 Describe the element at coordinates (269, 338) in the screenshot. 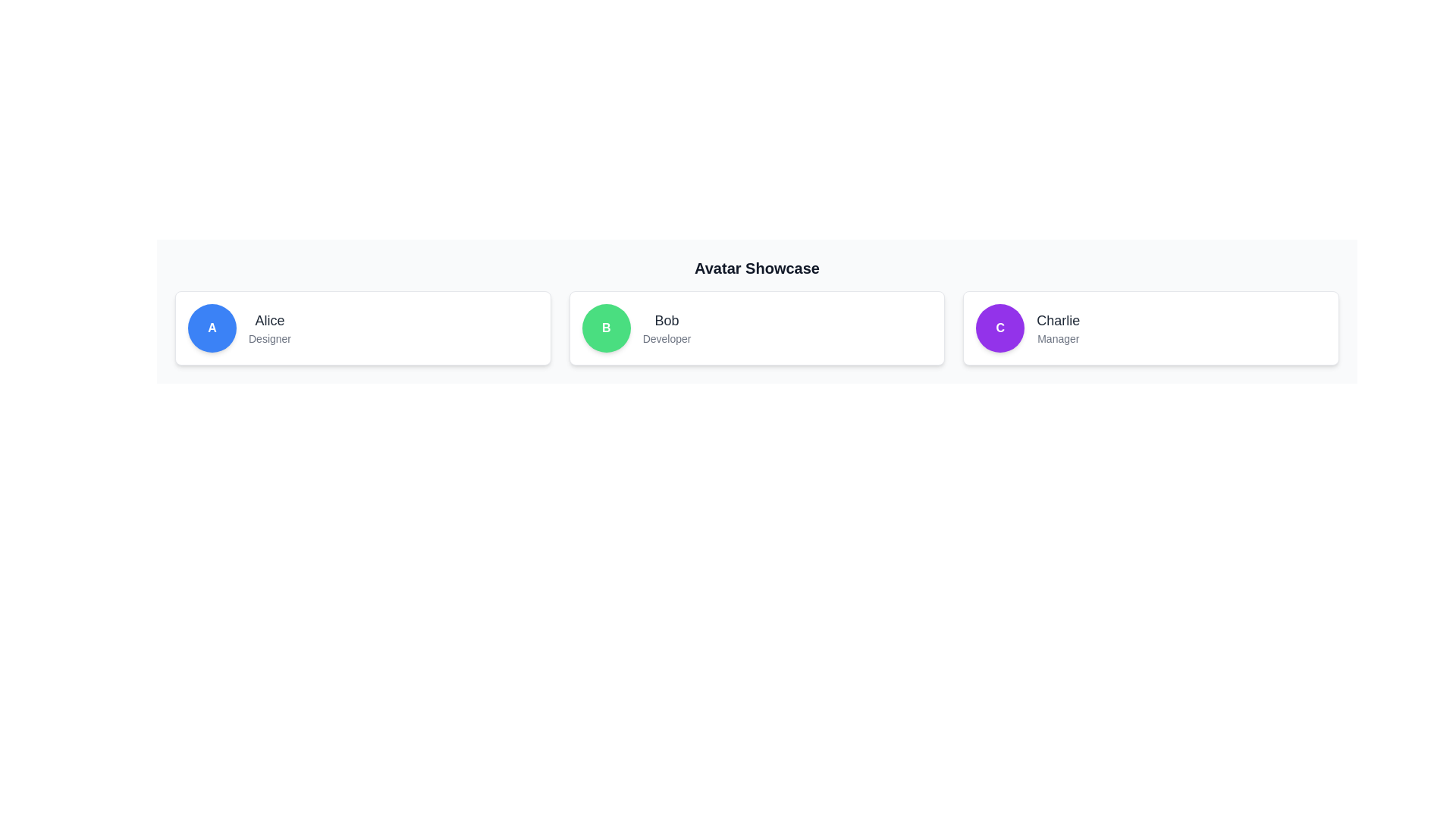

I see `the Text label indicating the profession or role of the individual 'Alice' in the card, which is positioned below the name label 'Alice'` at that location.